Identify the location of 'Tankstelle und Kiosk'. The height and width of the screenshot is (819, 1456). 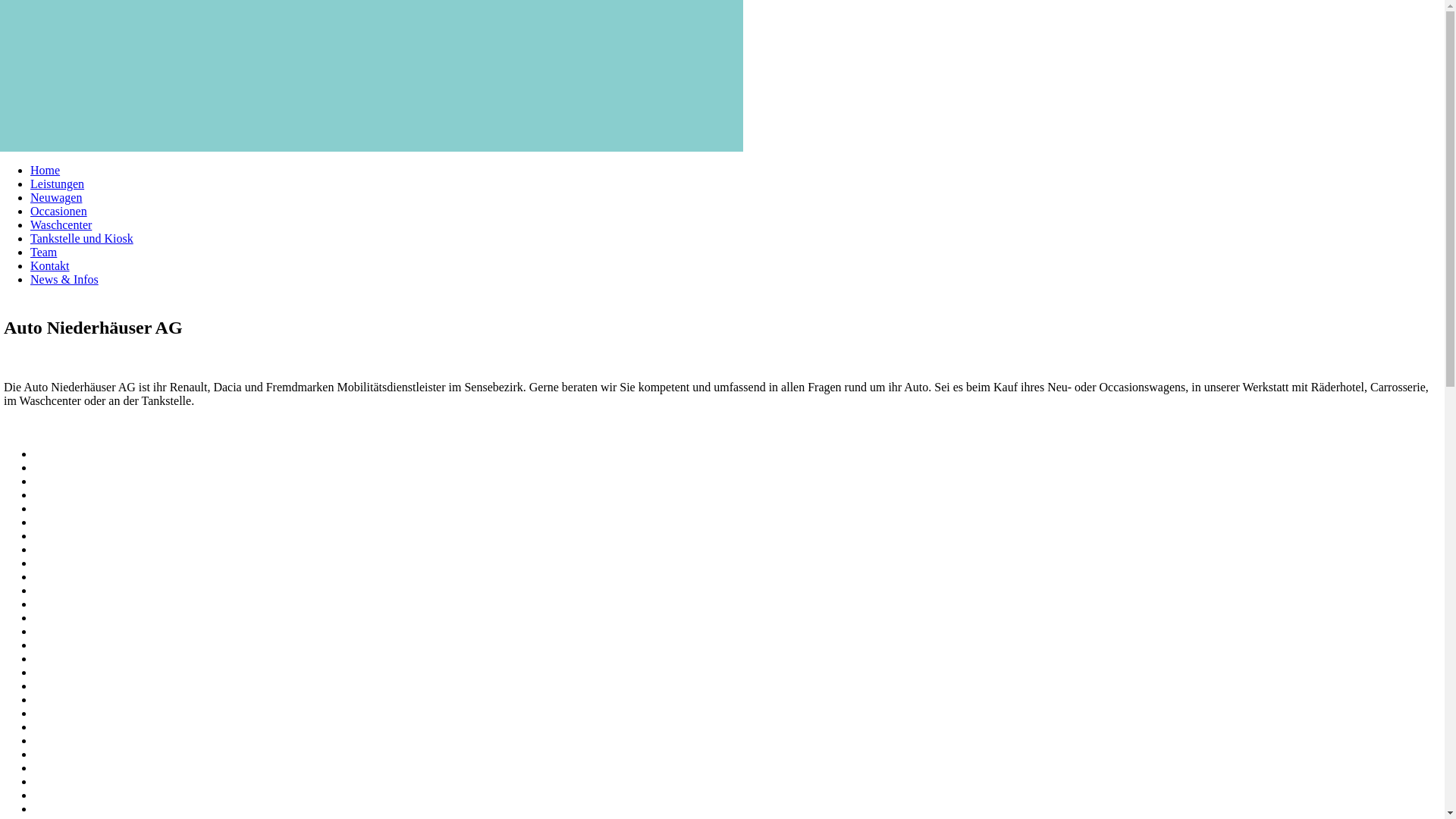
(80, 238).